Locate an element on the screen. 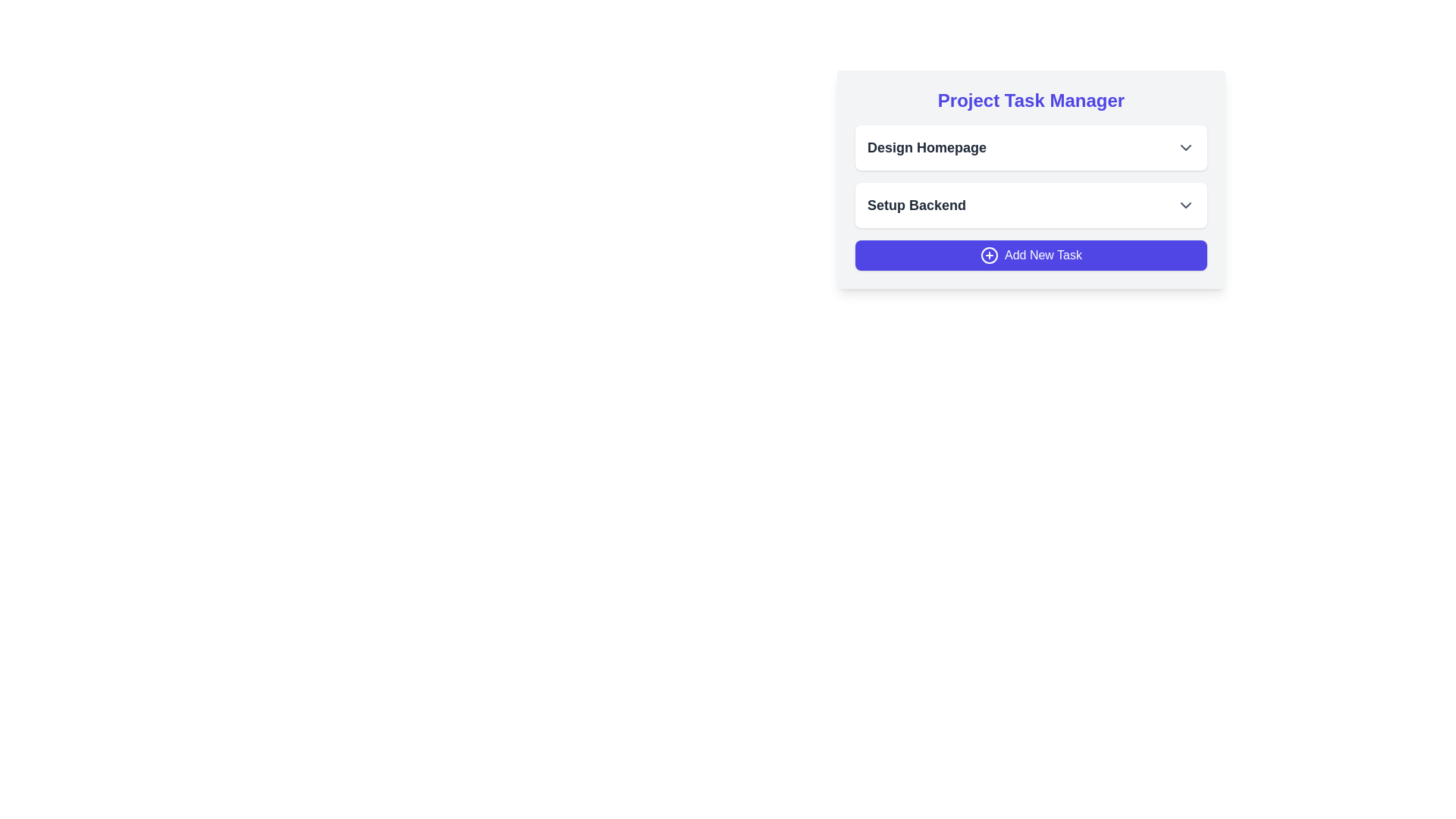  the 'Setup Backend' dropdown menu for keyboard navigation is located at coordinates (1031, 205).